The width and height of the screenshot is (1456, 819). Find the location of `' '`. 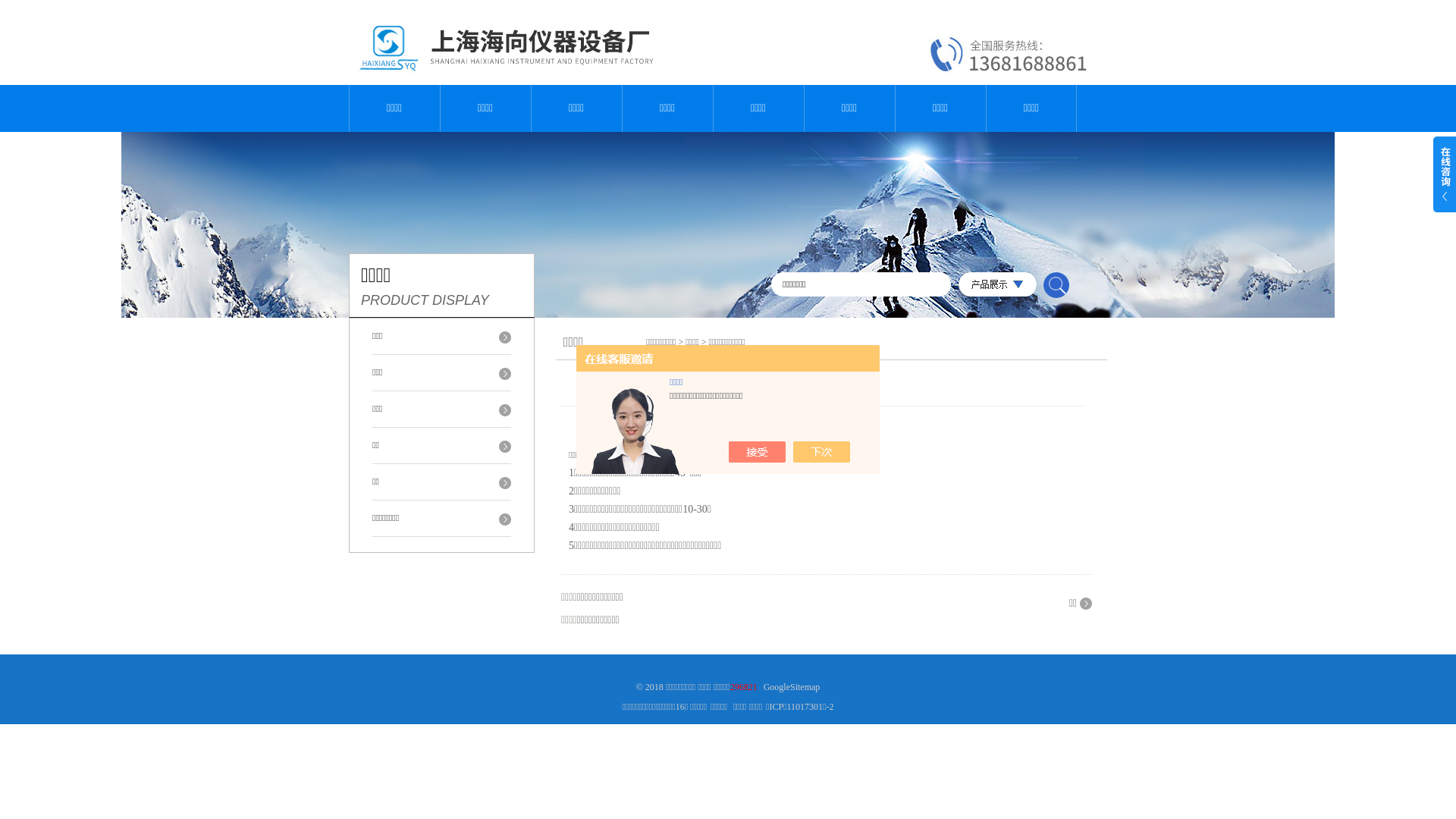

' ' is located at coordinates (1055, 284).